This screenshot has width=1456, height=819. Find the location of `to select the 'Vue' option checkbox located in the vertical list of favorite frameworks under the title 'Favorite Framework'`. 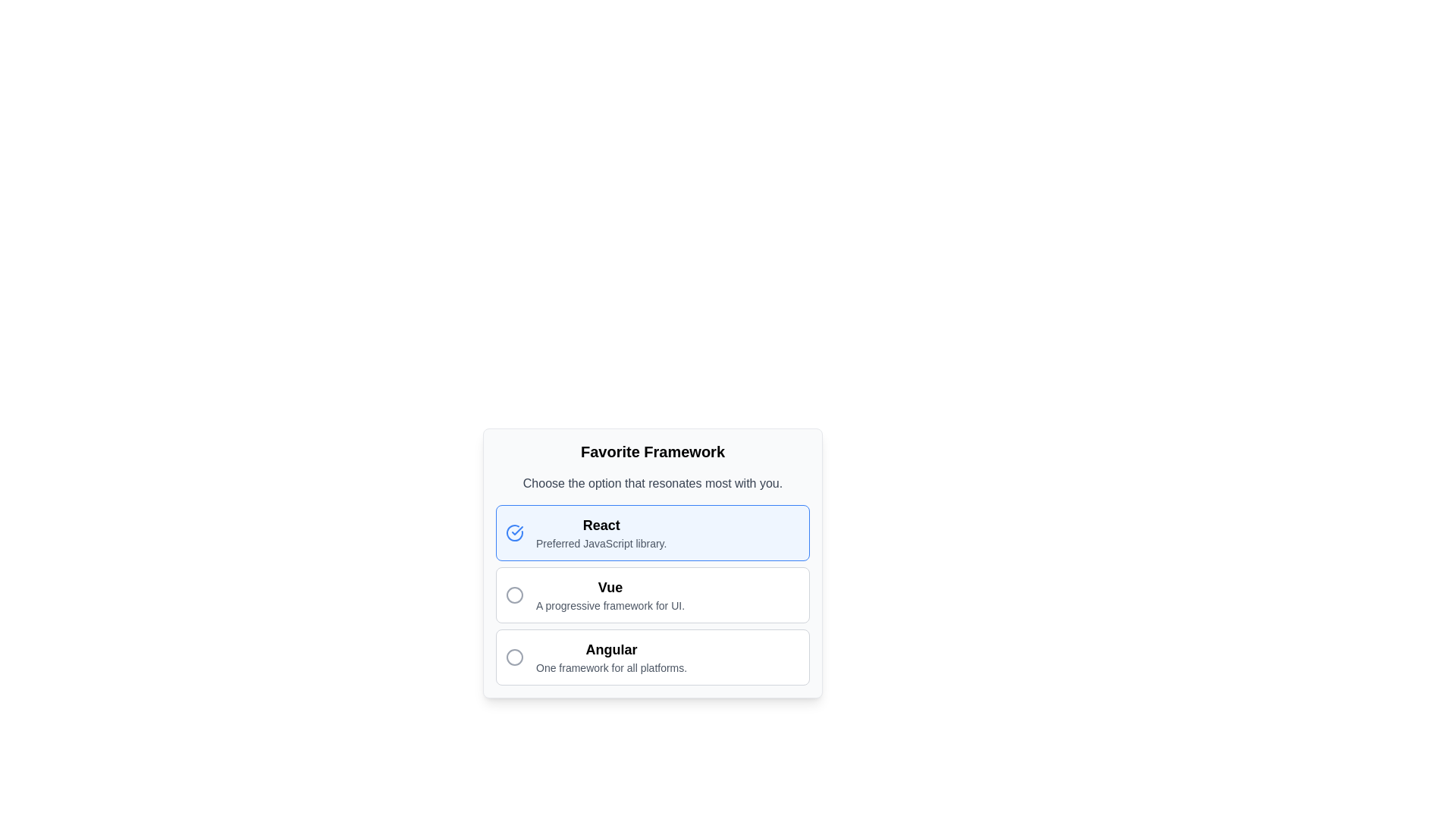

to select the 'Vue' option checkbox located in the vertical list of favorite frameworks under the title 'Favorite Framework' is located at coordinates (652, 595).